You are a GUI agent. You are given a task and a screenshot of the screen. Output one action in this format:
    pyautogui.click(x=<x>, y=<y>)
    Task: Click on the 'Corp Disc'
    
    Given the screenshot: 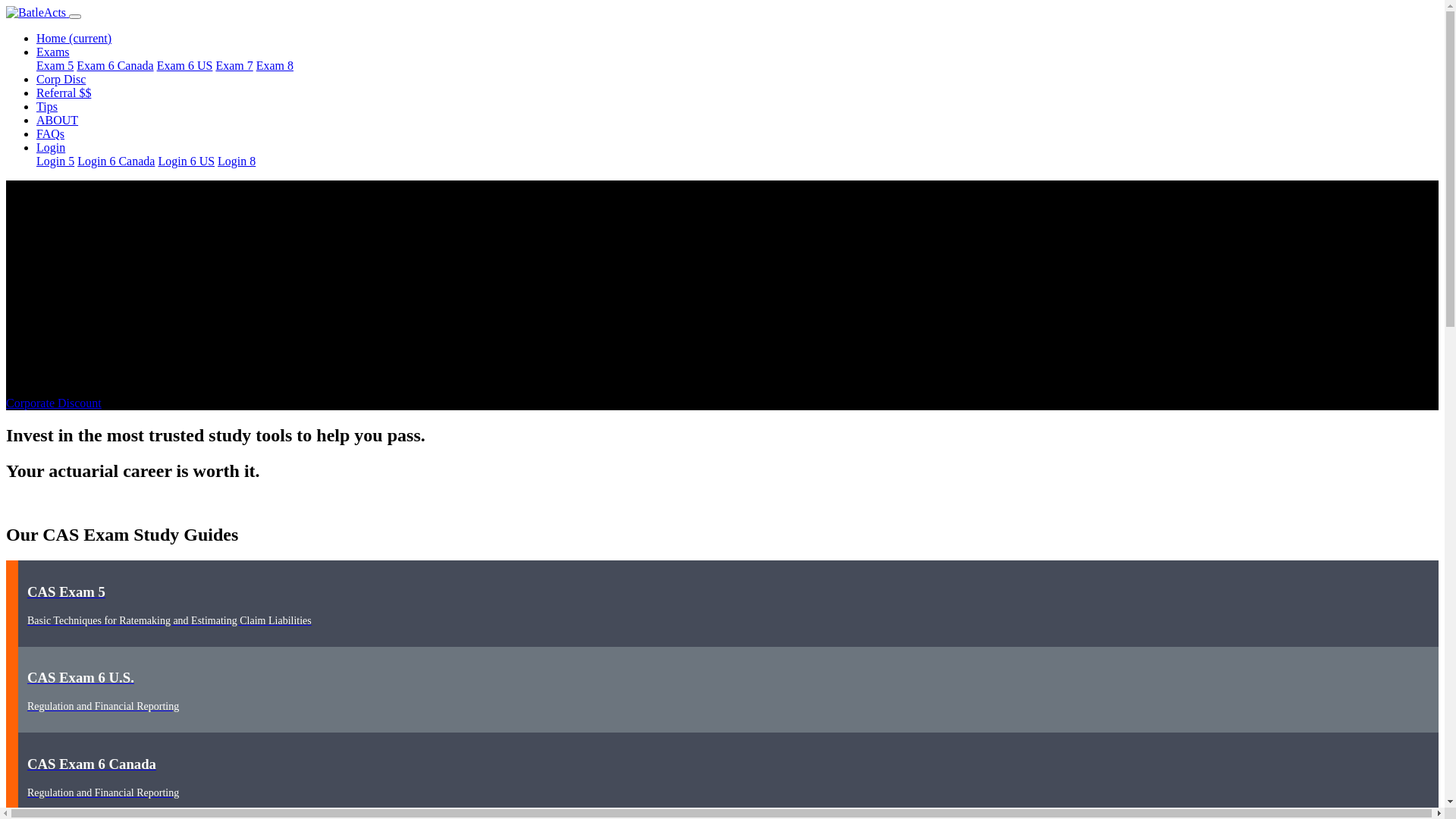 What is the action you would take?
    pyautogui.click(x=61, y=79)
    